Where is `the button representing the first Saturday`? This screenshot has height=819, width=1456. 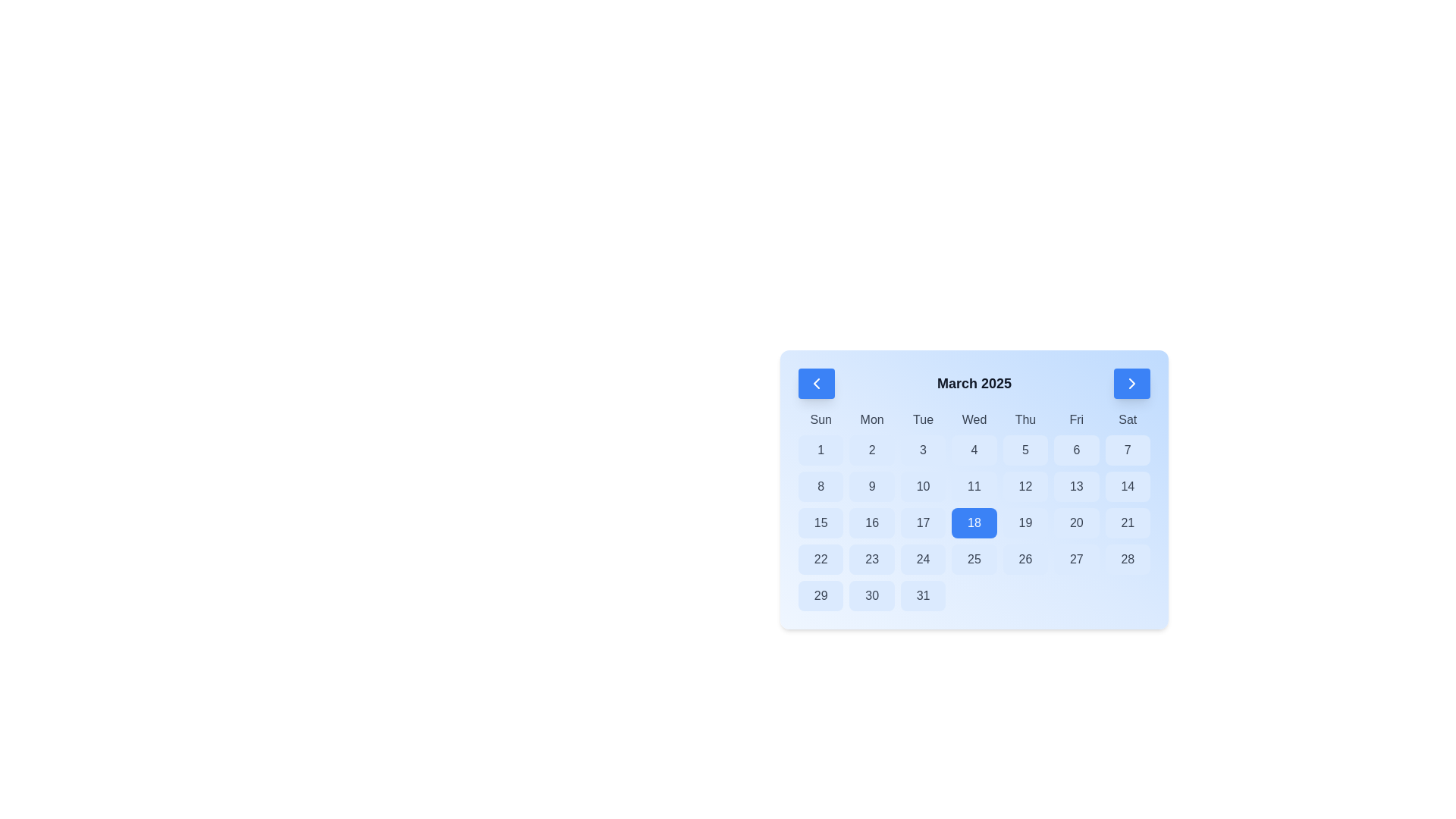
the button representing the first Saturday is located at coordinates (1128, 450).